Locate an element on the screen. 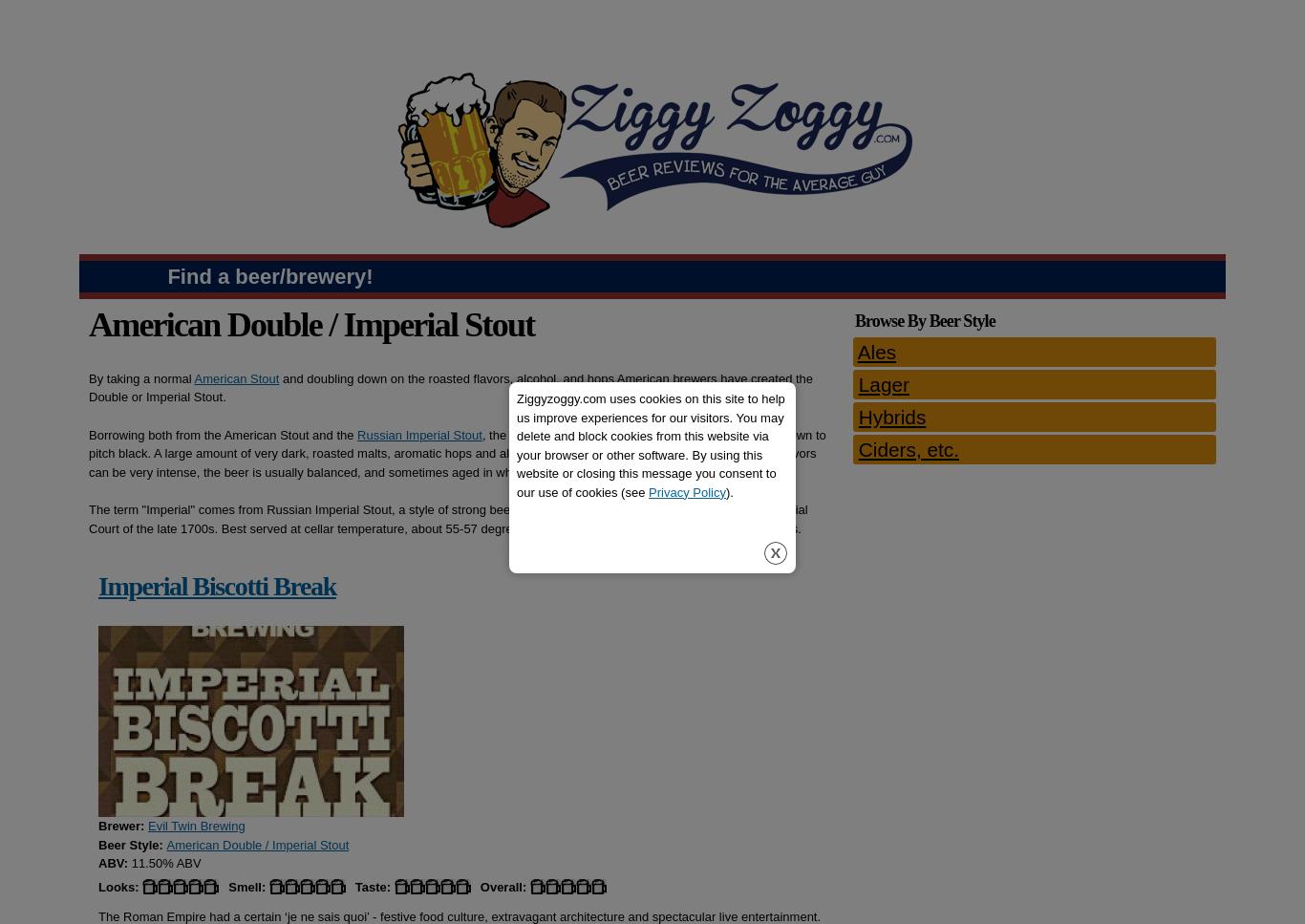 Image resolution: width=1305 pixels, height=924 pixels. 'Privacy Policy' is located at coordinates (687, 490).